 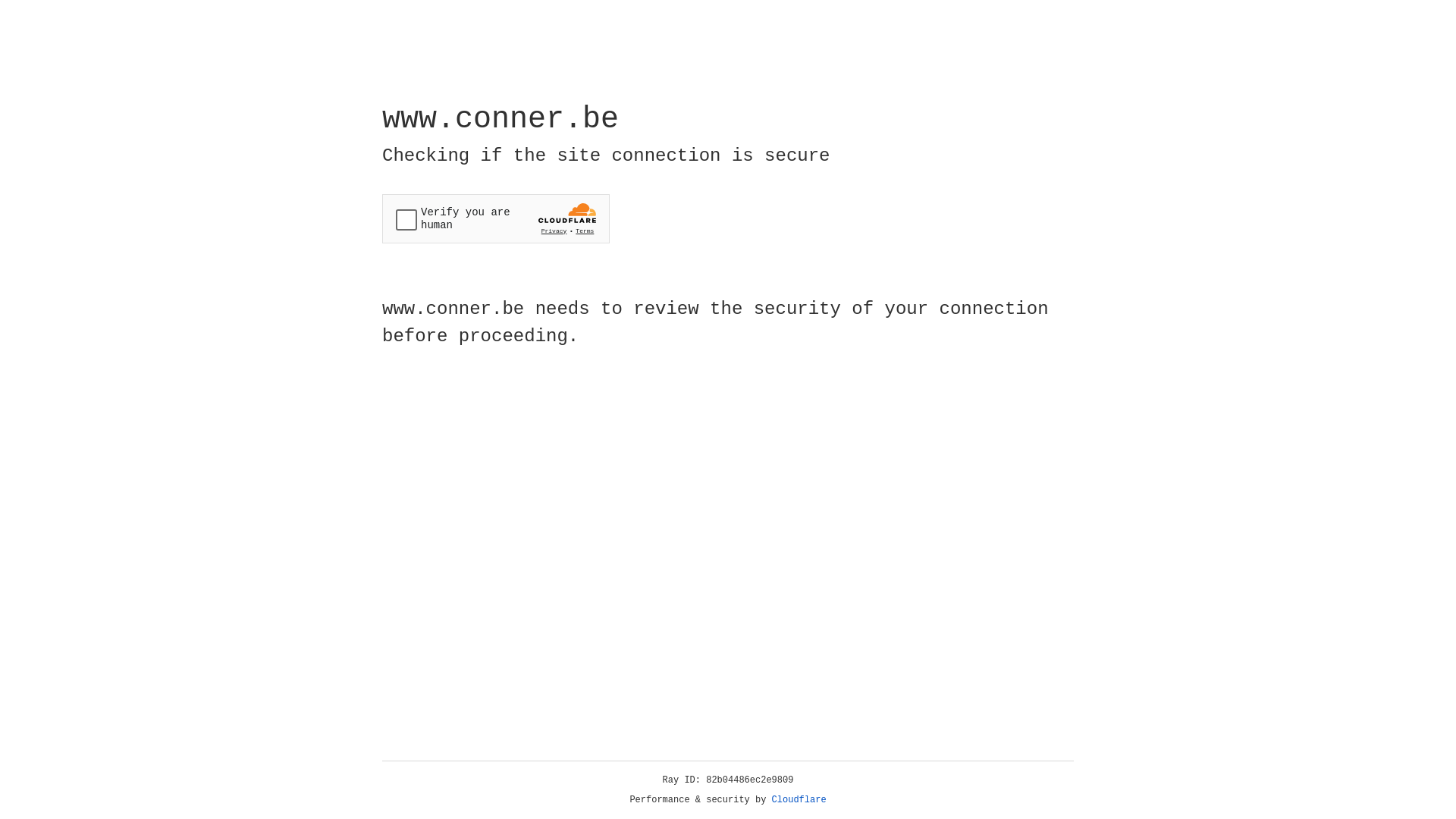 I want to click on 'Cloudflare', so click(x=799, y=799).